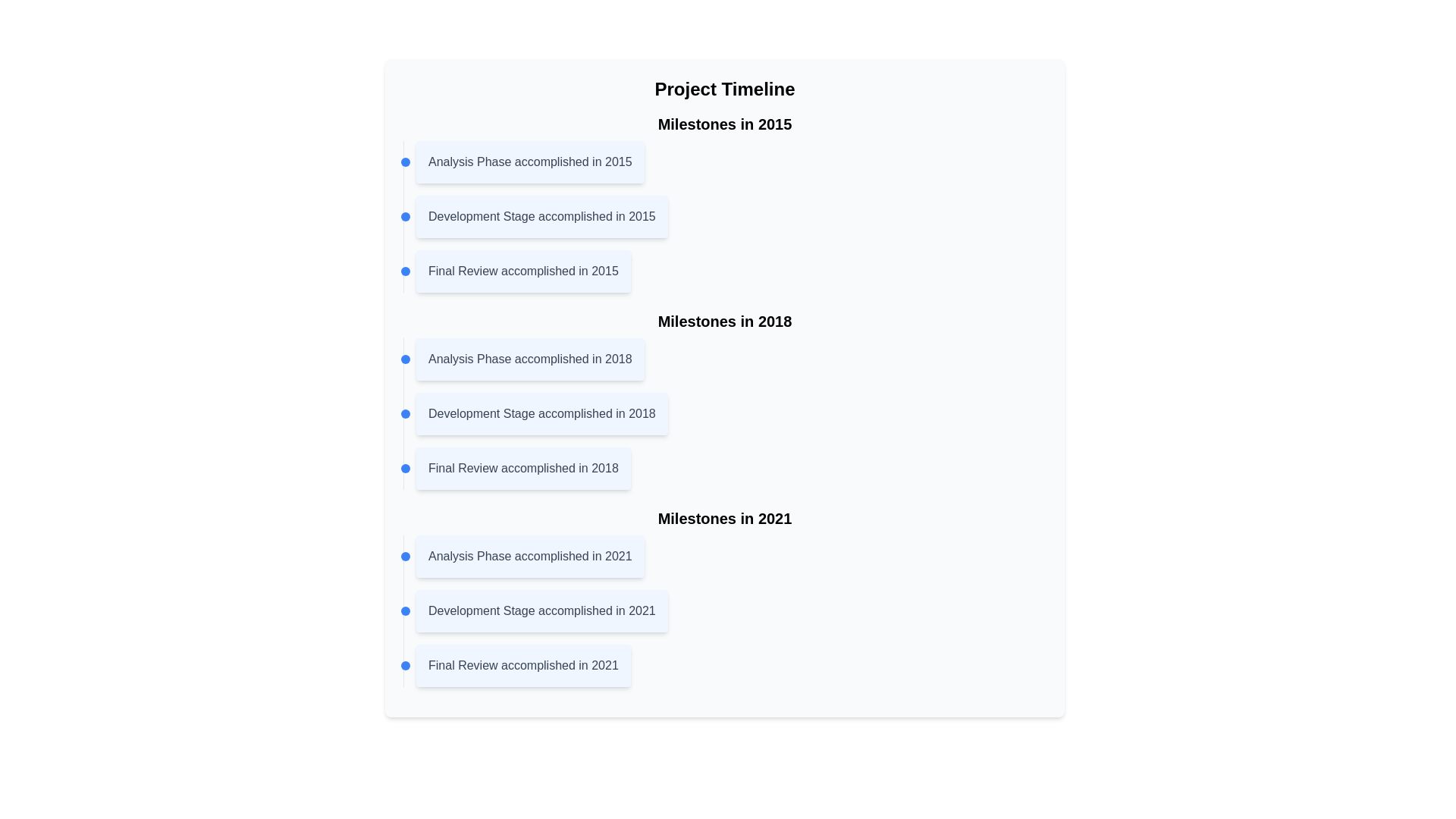 This screenshot has width=1456, height=819. I want to click on the static label that indicates 'Development Stage accomplished in 2015', located in the 'Milestones in 2015' section of the timeline, so click(541, 216).